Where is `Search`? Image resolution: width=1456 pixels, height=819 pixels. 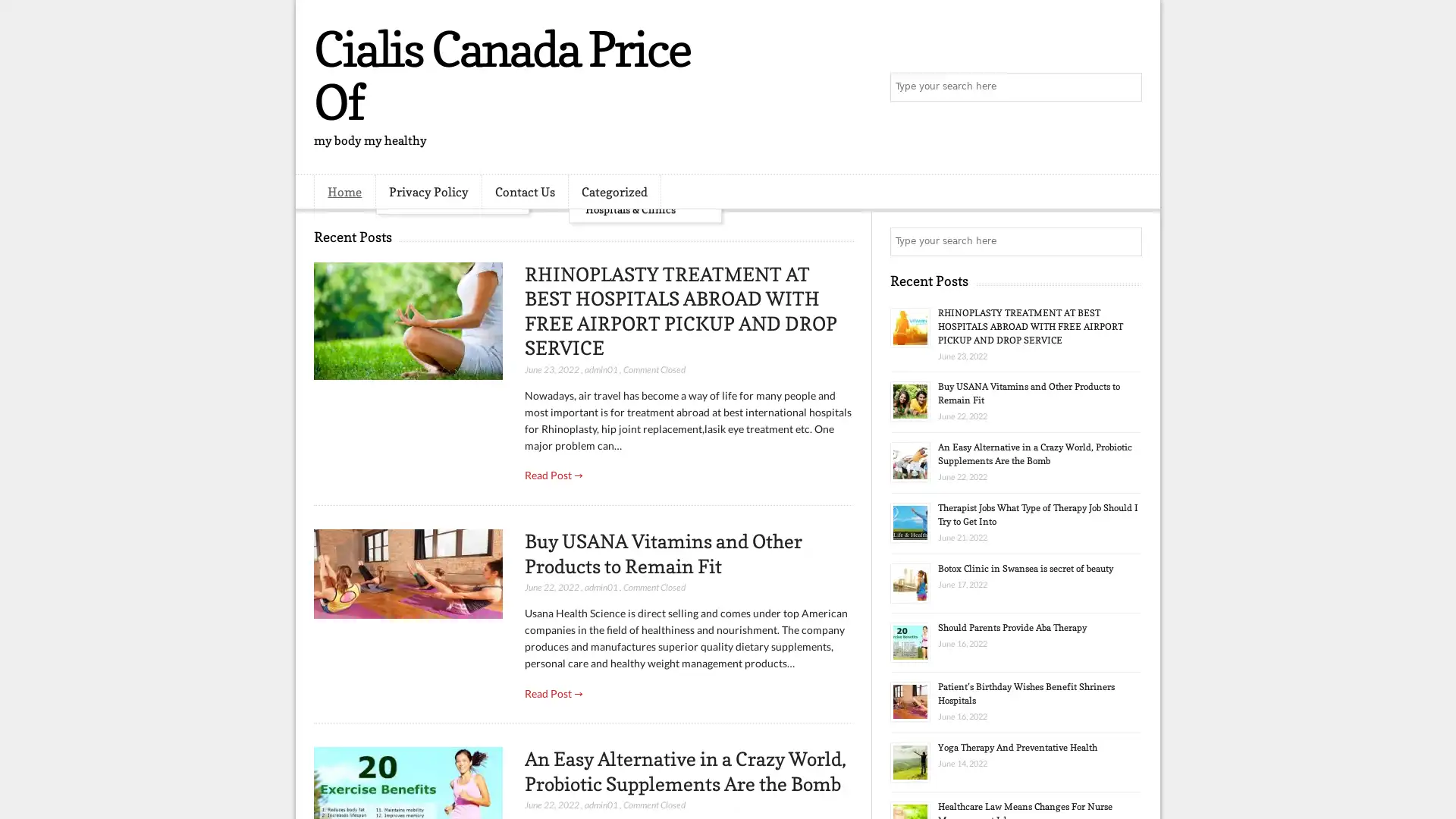
Search is located at coordinates (1126, 241).